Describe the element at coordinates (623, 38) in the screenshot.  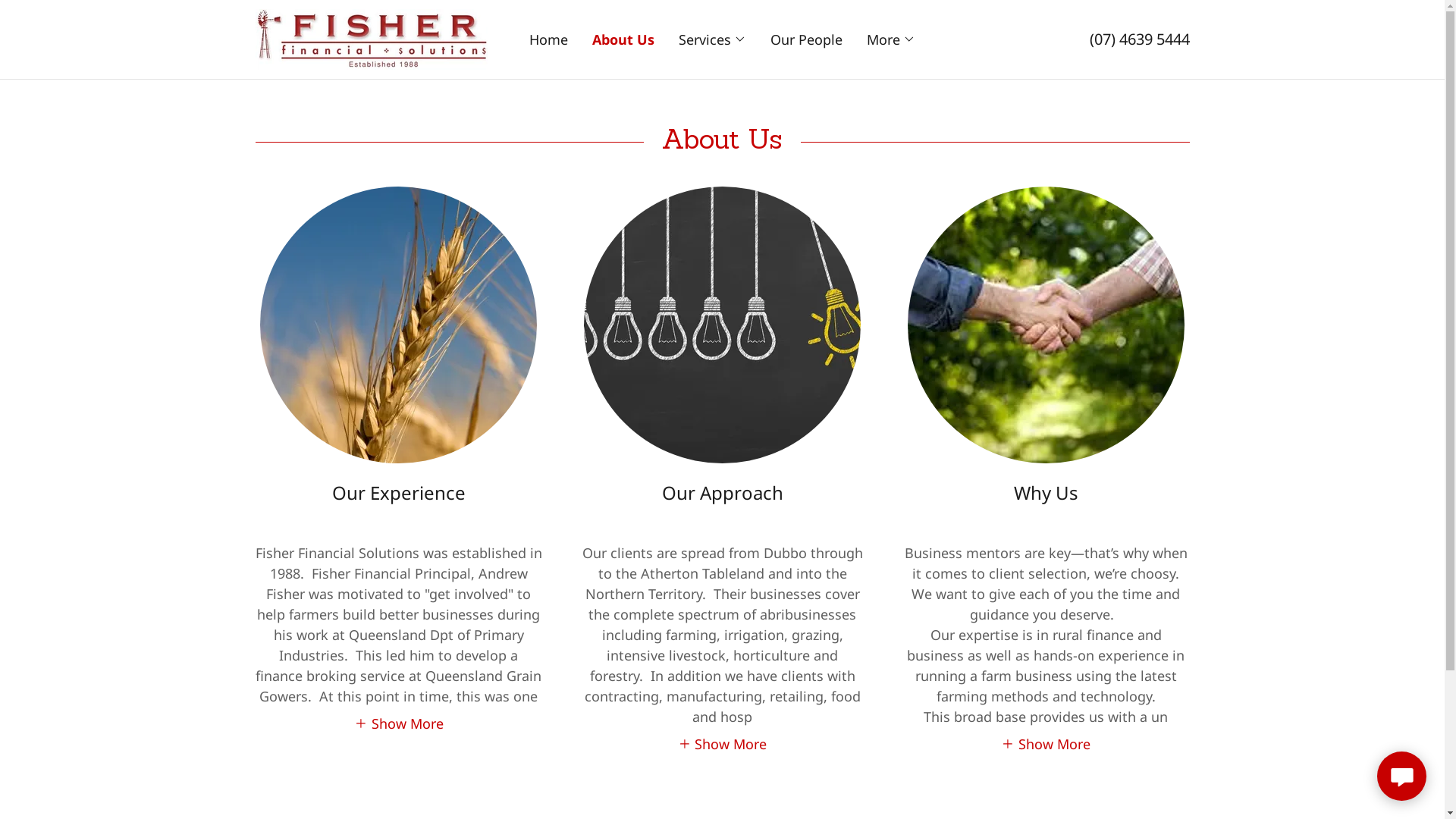
I see `'About Us'` at that location.